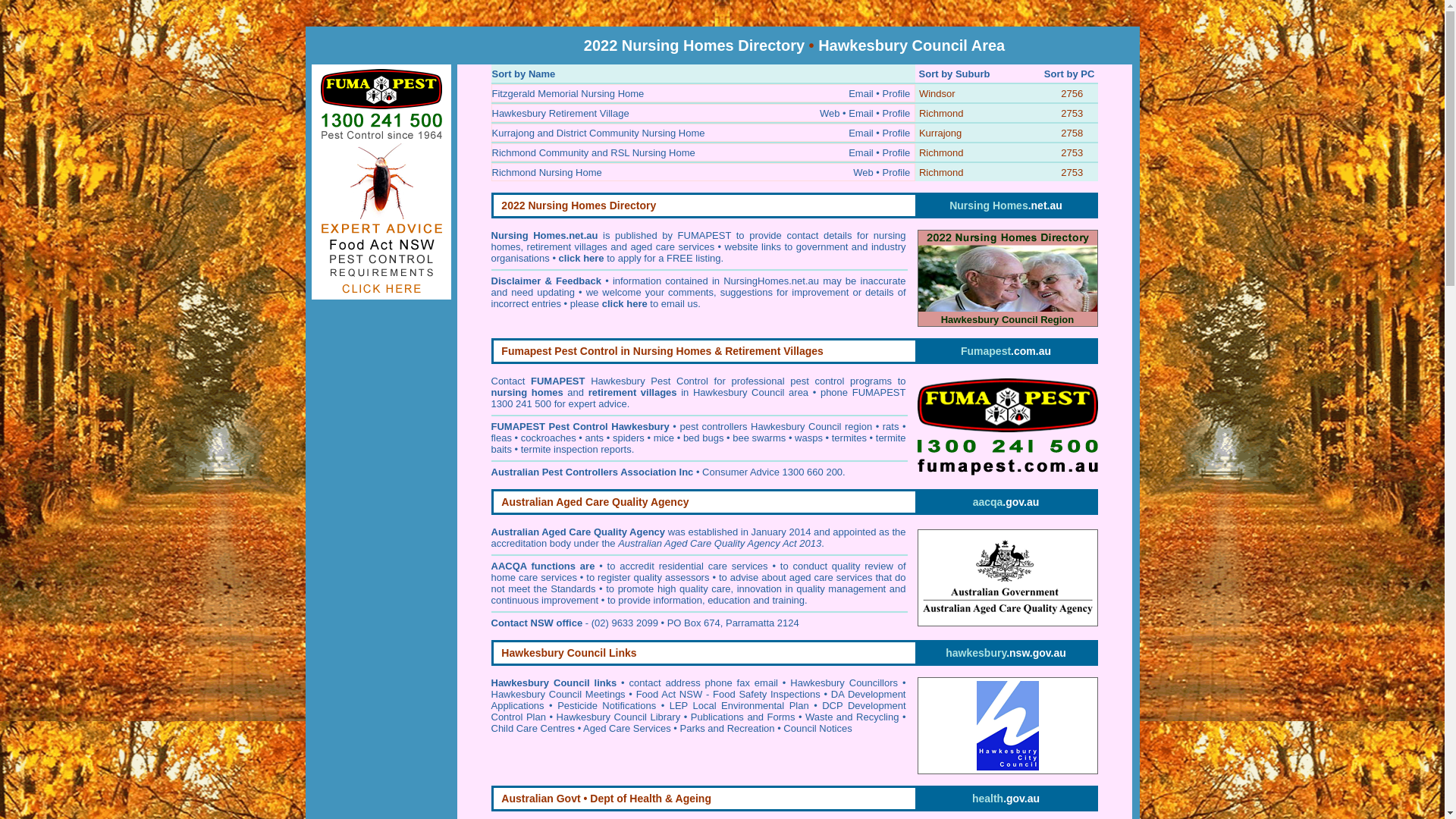 The width and height of the screenshot is (1456, 819). Describe the element at coordinates (726, 727) in the screenshot. I see `'Parks and Recreation'` at that location.